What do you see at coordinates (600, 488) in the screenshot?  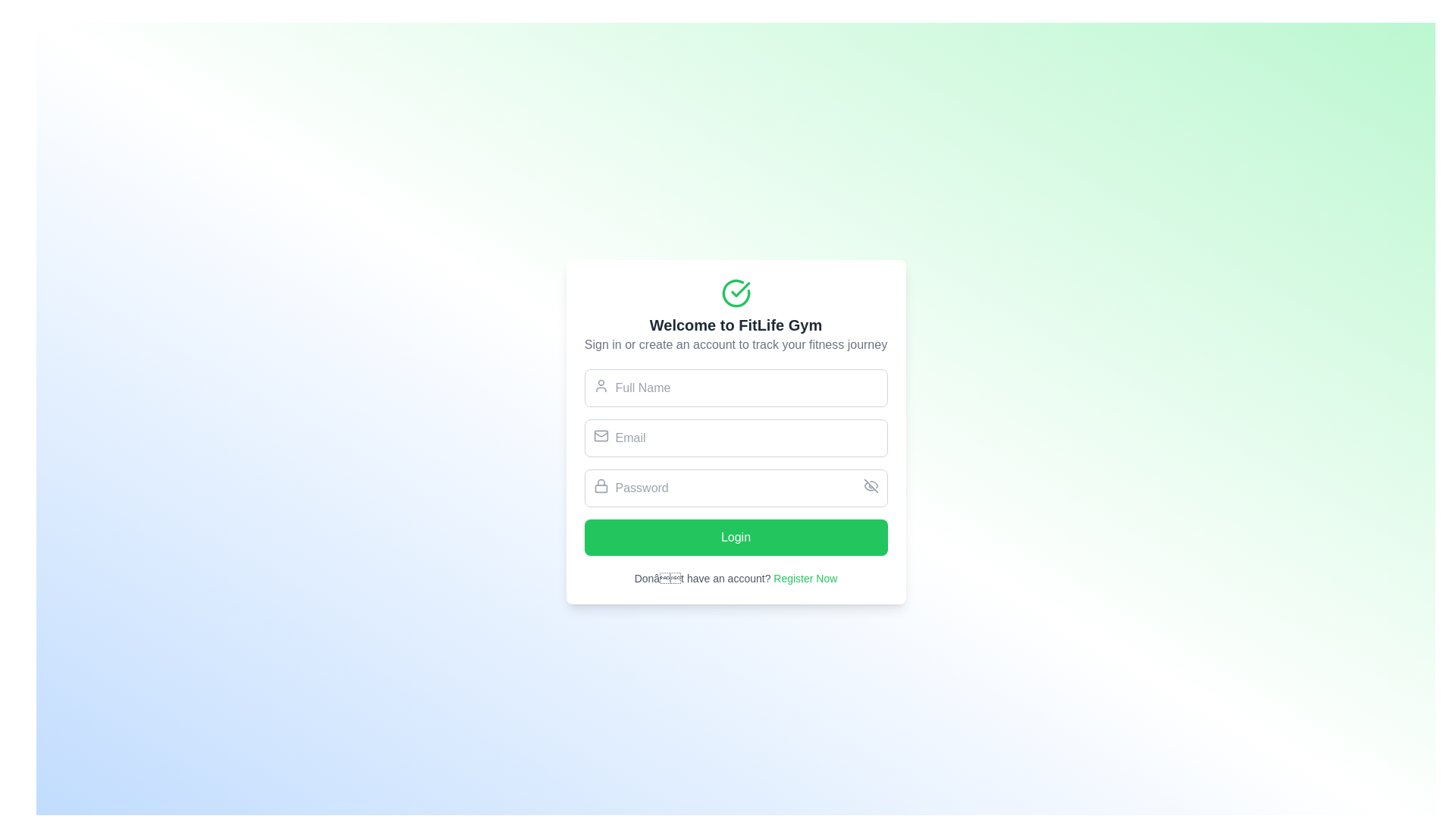 I see `the bottom rectangle of the padlock icon, which visually represents password security, located directly to the left of the password field in the login form` at bounding box center [600, 488].